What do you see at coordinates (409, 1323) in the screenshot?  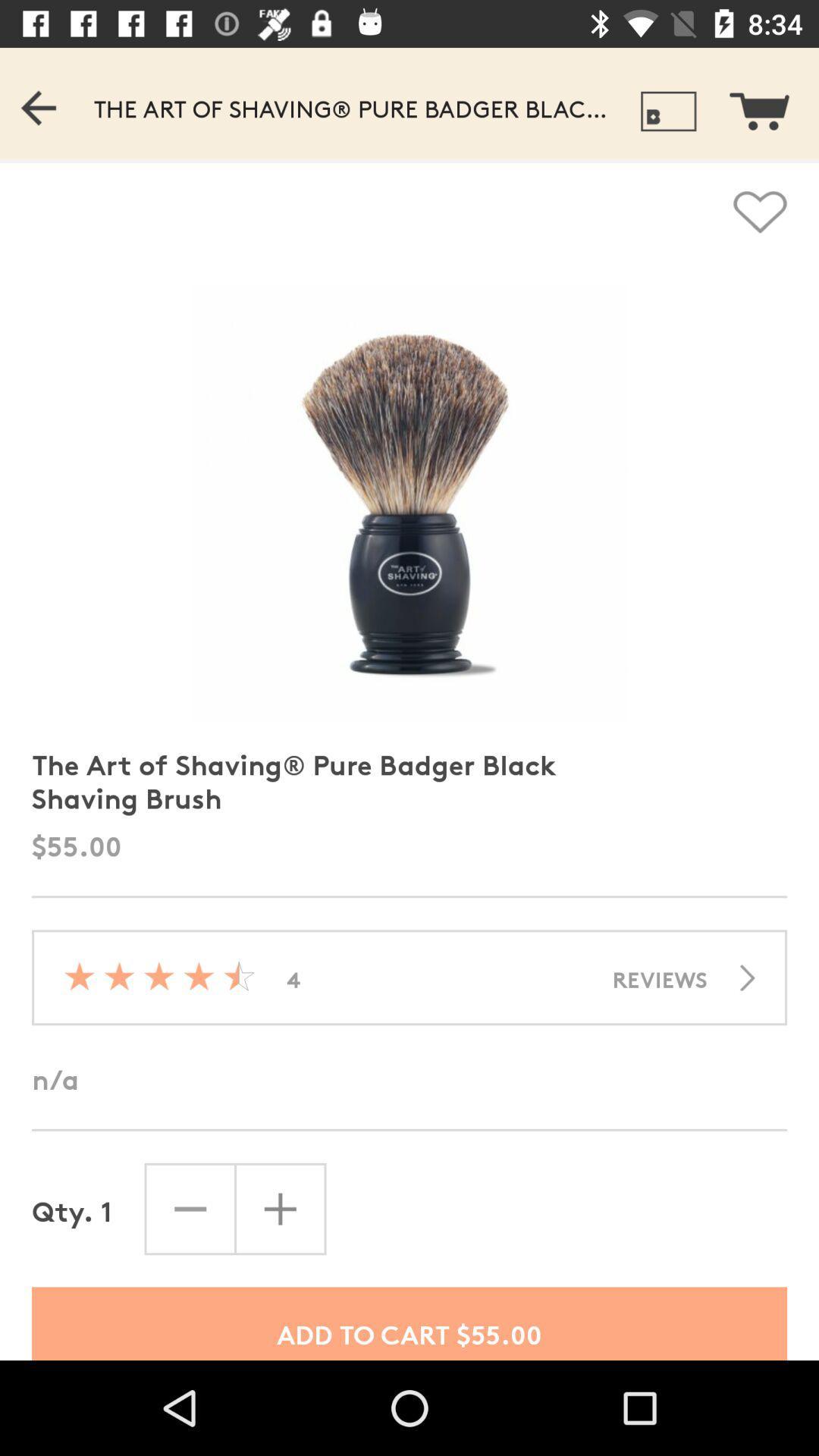 I see `add to cart` at bounding box center [409, 1323].